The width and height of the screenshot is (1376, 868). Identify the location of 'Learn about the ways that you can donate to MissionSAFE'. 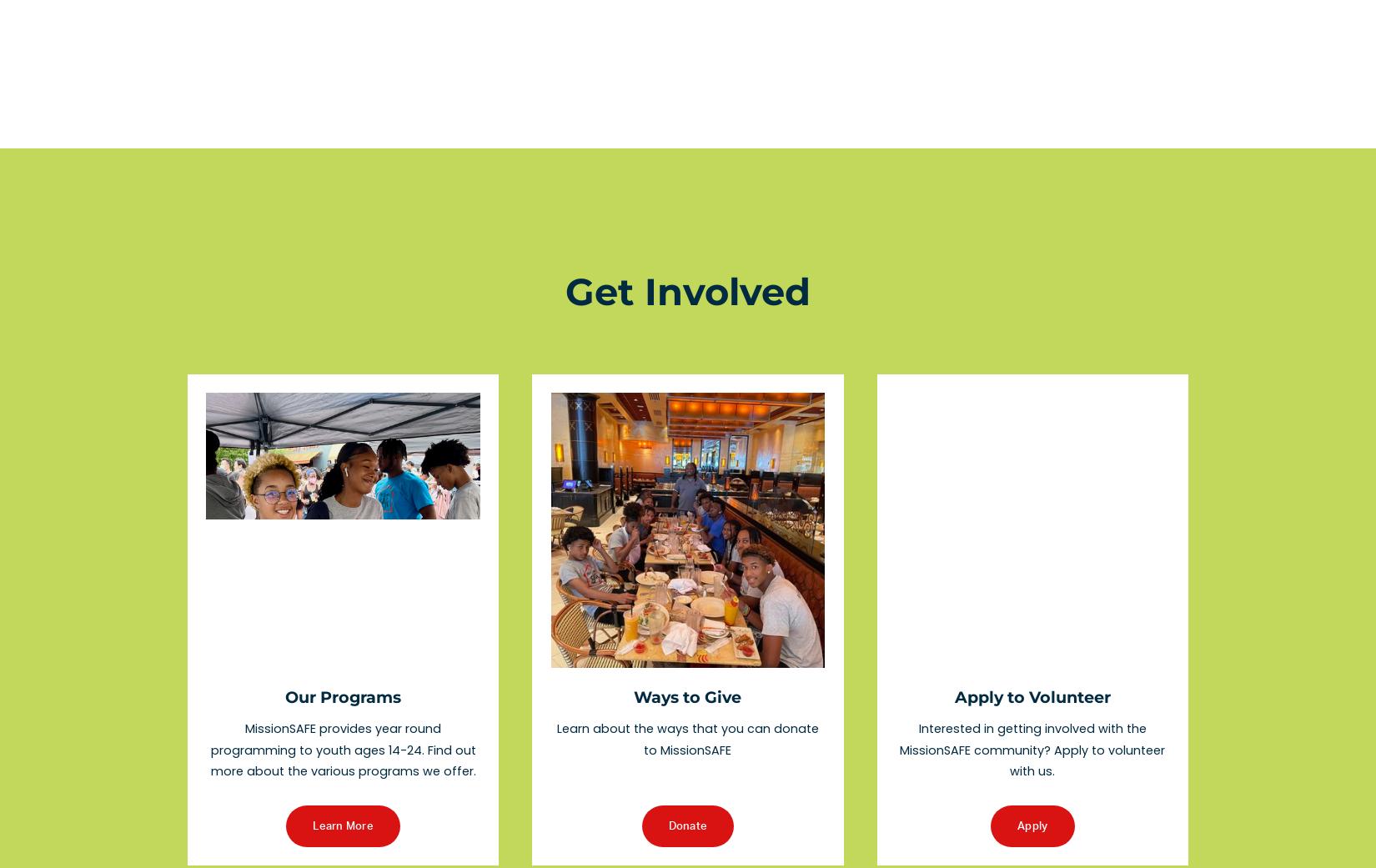
(688, 737).